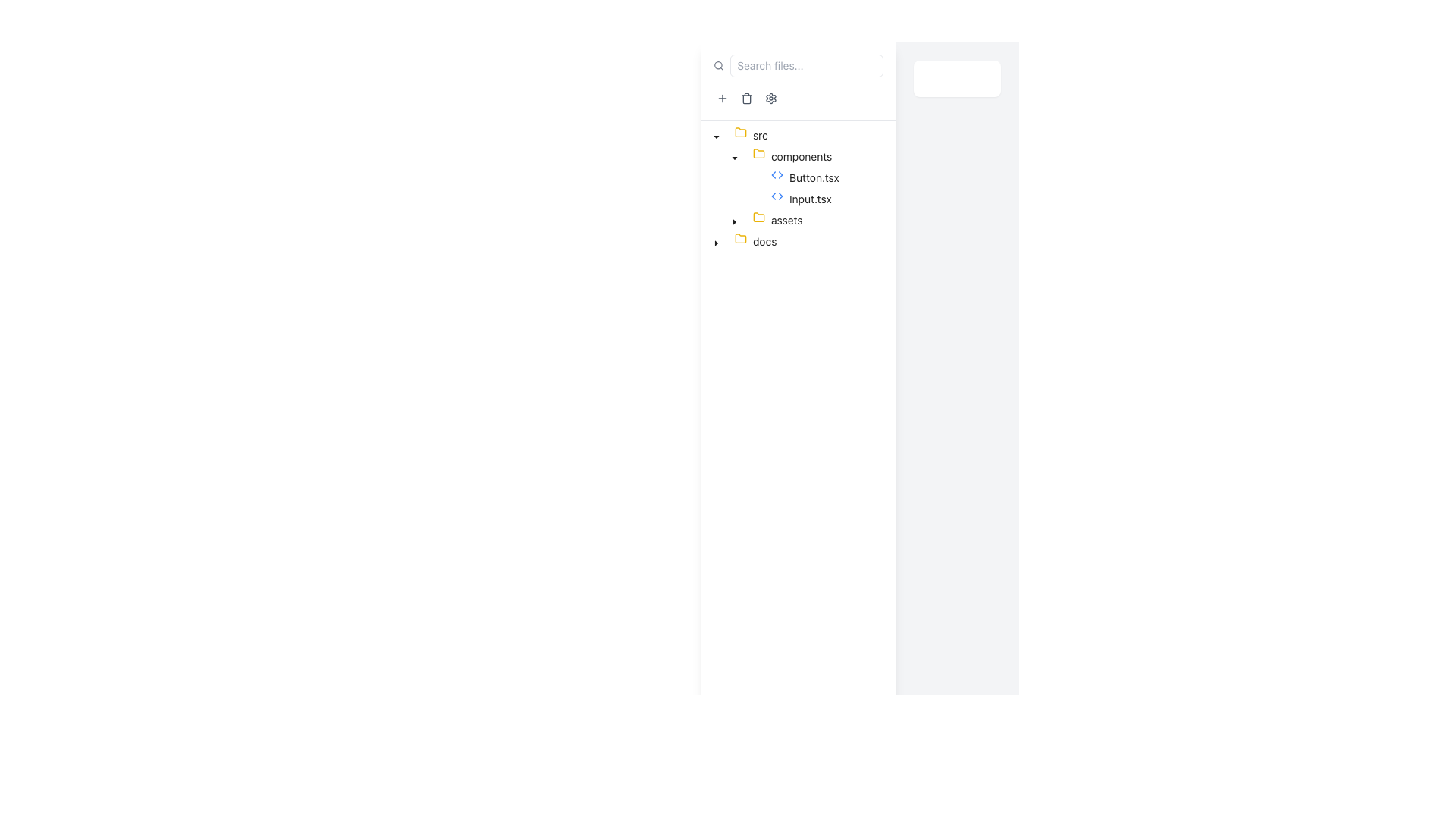  I want to click on the folder icon in the tree view under the 'assets' folder, so click(761, 220).